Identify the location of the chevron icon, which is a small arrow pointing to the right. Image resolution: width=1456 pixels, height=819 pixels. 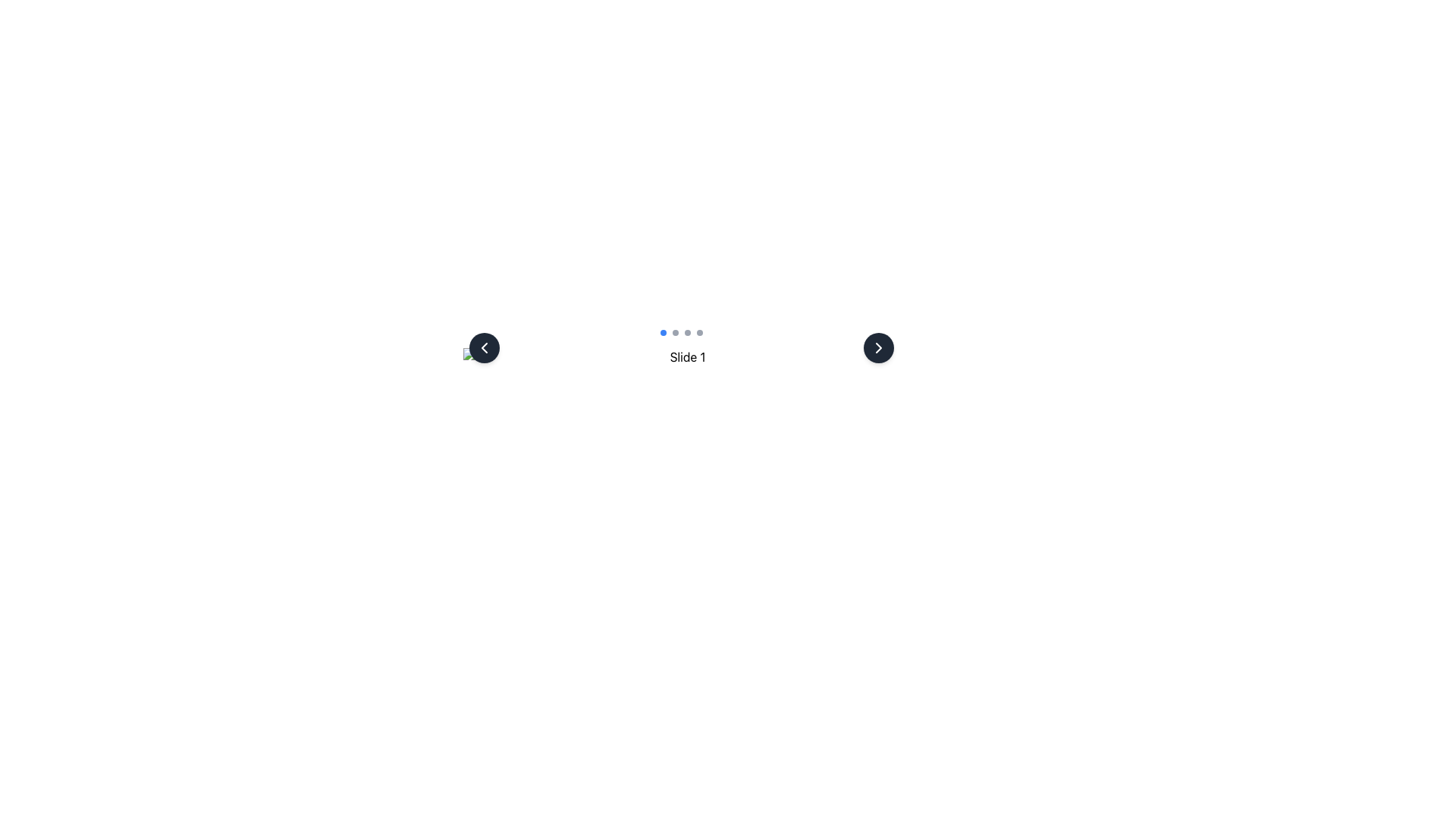
(878, 348).